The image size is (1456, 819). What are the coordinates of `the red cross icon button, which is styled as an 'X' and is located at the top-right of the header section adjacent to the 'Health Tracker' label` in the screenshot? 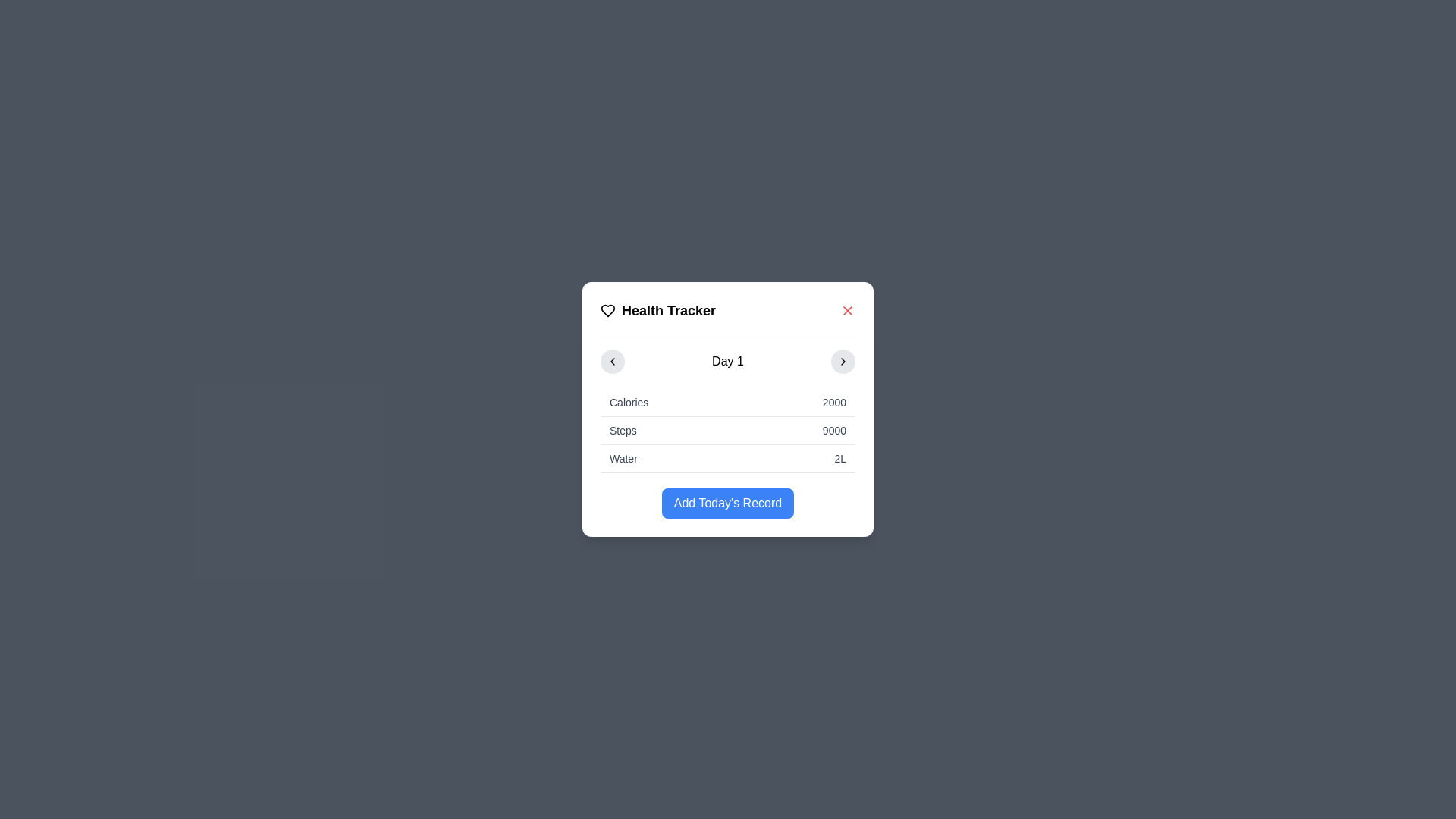 It's located at (847, 309).